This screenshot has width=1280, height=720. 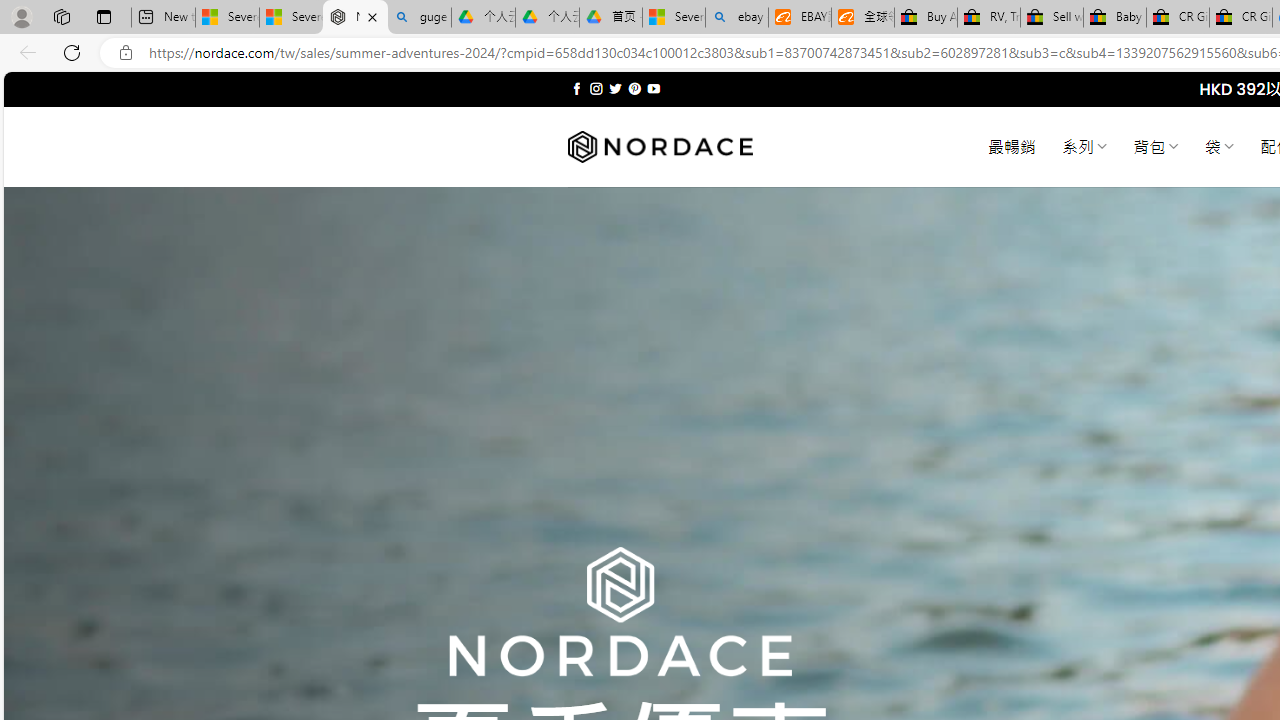 I want to click on 'Follow on Twitter', so click(x=614, y=88).